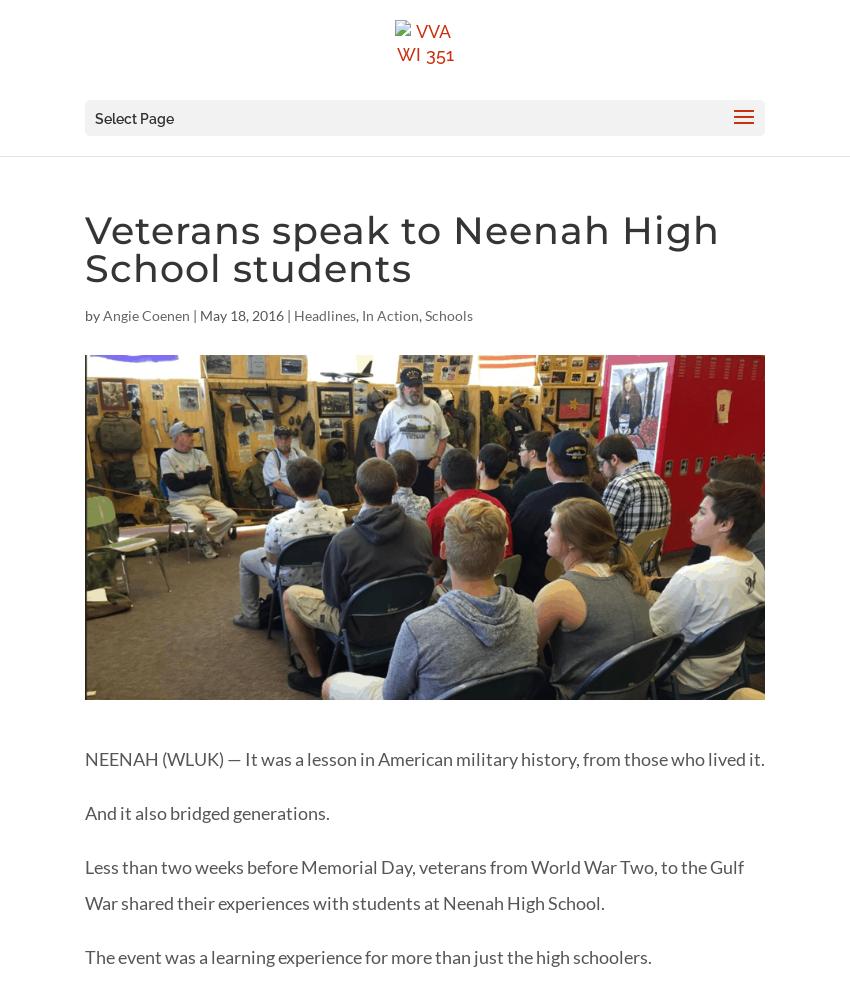 The height and width of the screenshot is (1000, 850). Describe the element at coordinates (199, 314) in the screenshot. I see `'May 18, 2016'` at that location.